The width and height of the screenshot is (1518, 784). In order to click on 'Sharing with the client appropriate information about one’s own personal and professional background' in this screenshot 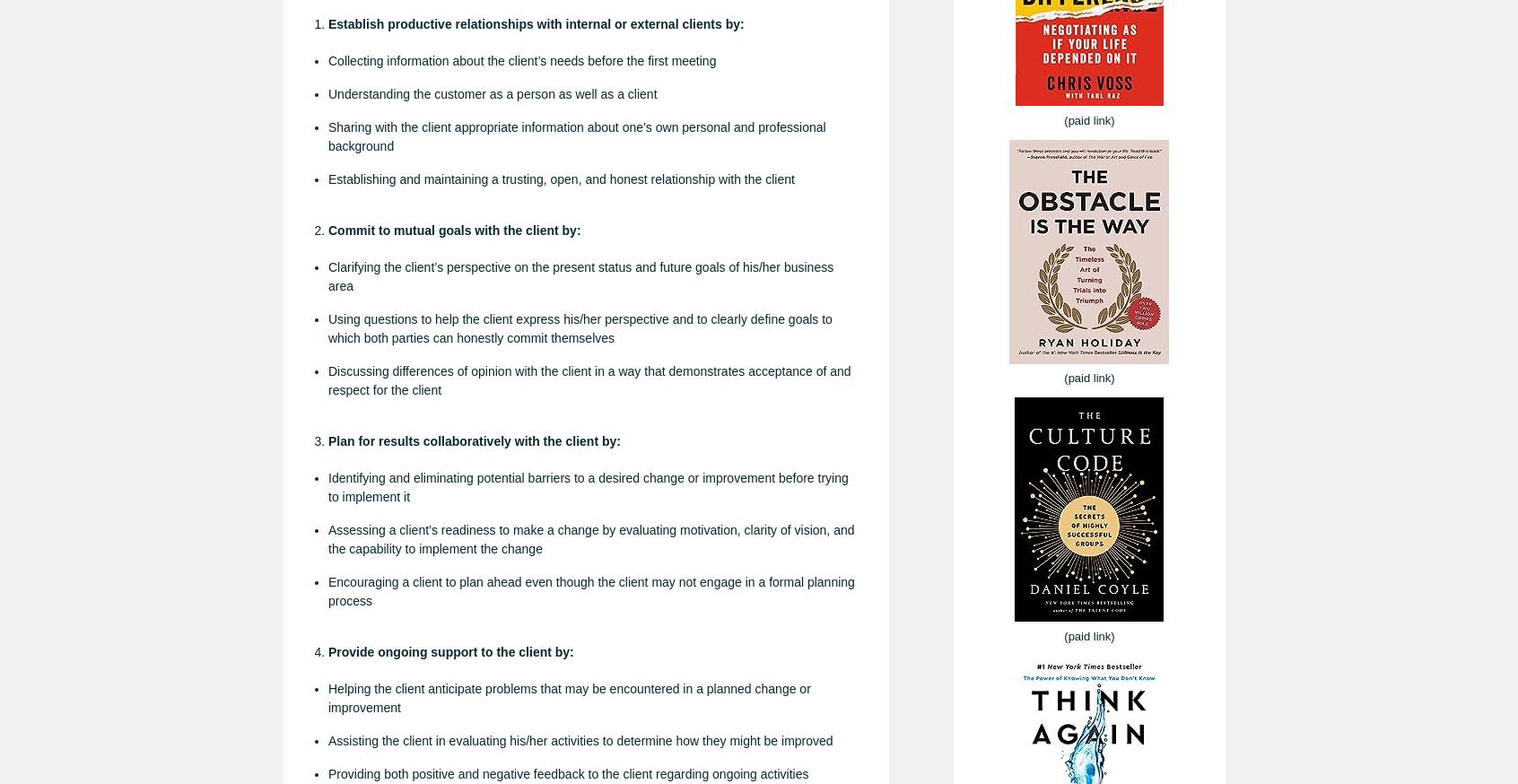, I will do `click(576, 135)`.